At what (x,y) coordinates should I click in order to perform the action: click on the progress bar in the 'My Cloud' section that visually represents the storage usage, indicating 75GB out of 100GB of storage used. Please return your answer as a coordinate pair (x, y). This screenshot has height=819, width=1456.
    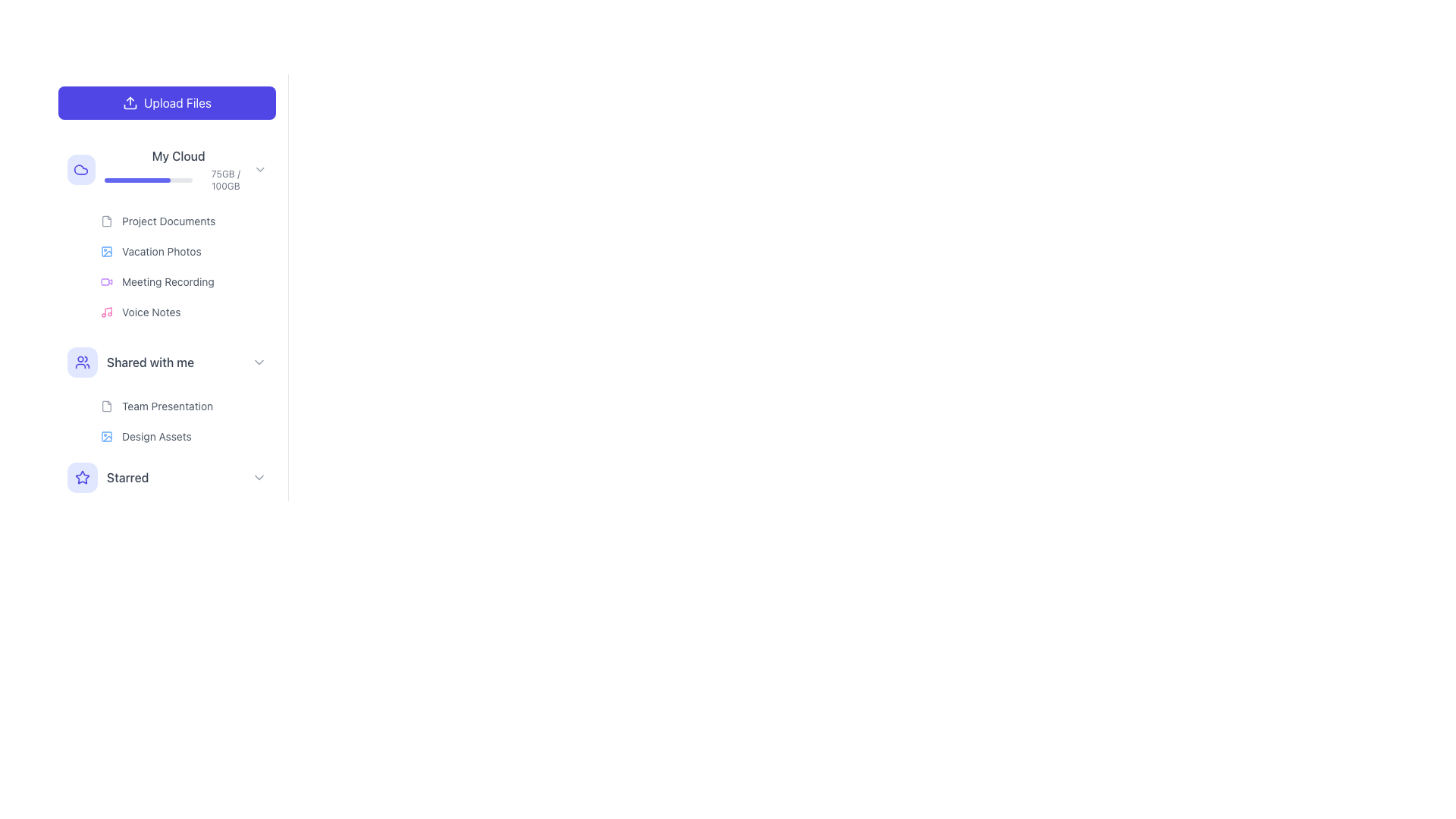
    Looking at the image, I should click on (148, 180).